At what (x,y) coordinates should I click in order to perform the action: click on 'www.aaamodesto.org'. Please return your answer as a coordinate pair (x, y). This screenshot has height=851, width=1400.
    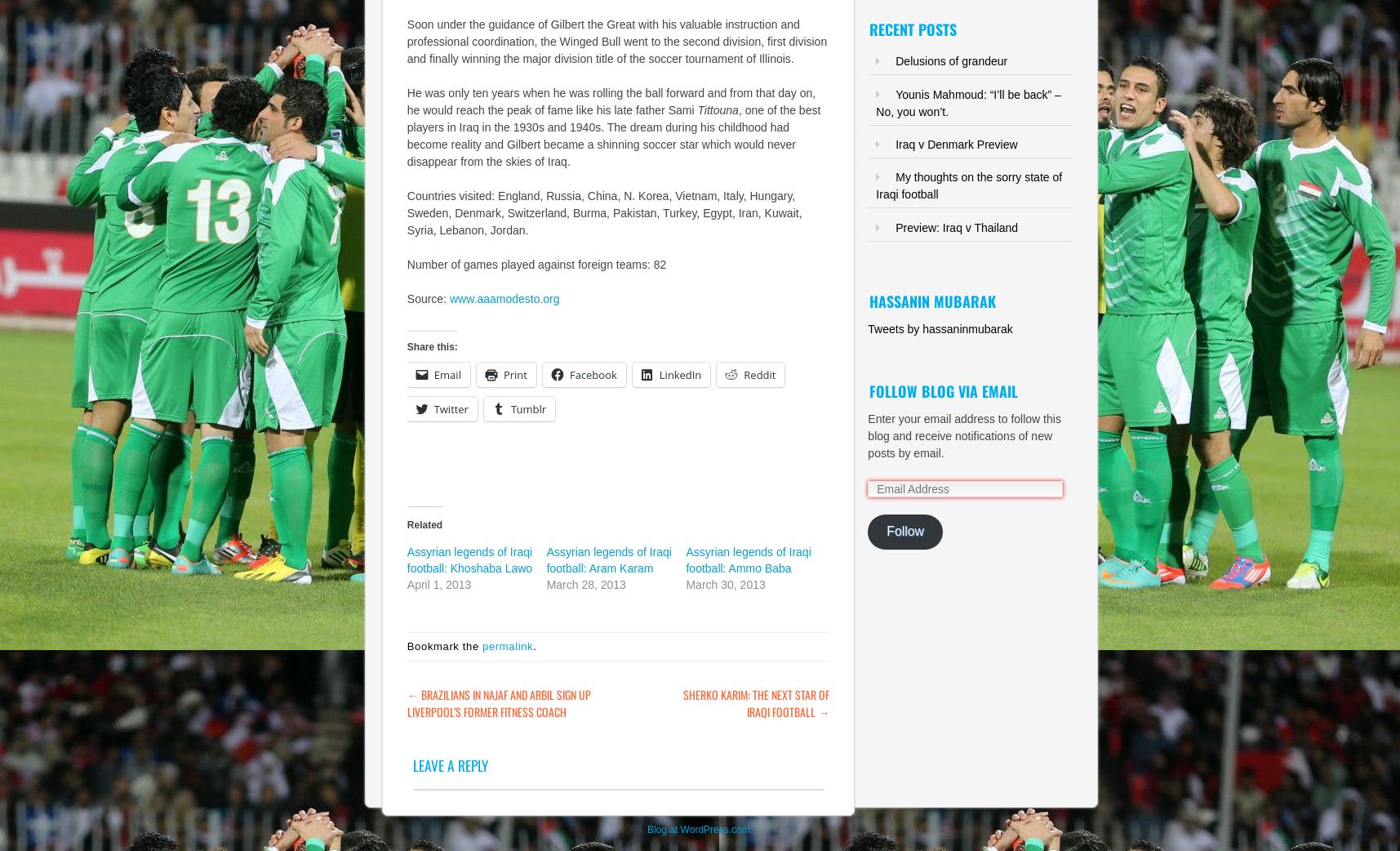
    Looking at the image, I should click on (504, 297).